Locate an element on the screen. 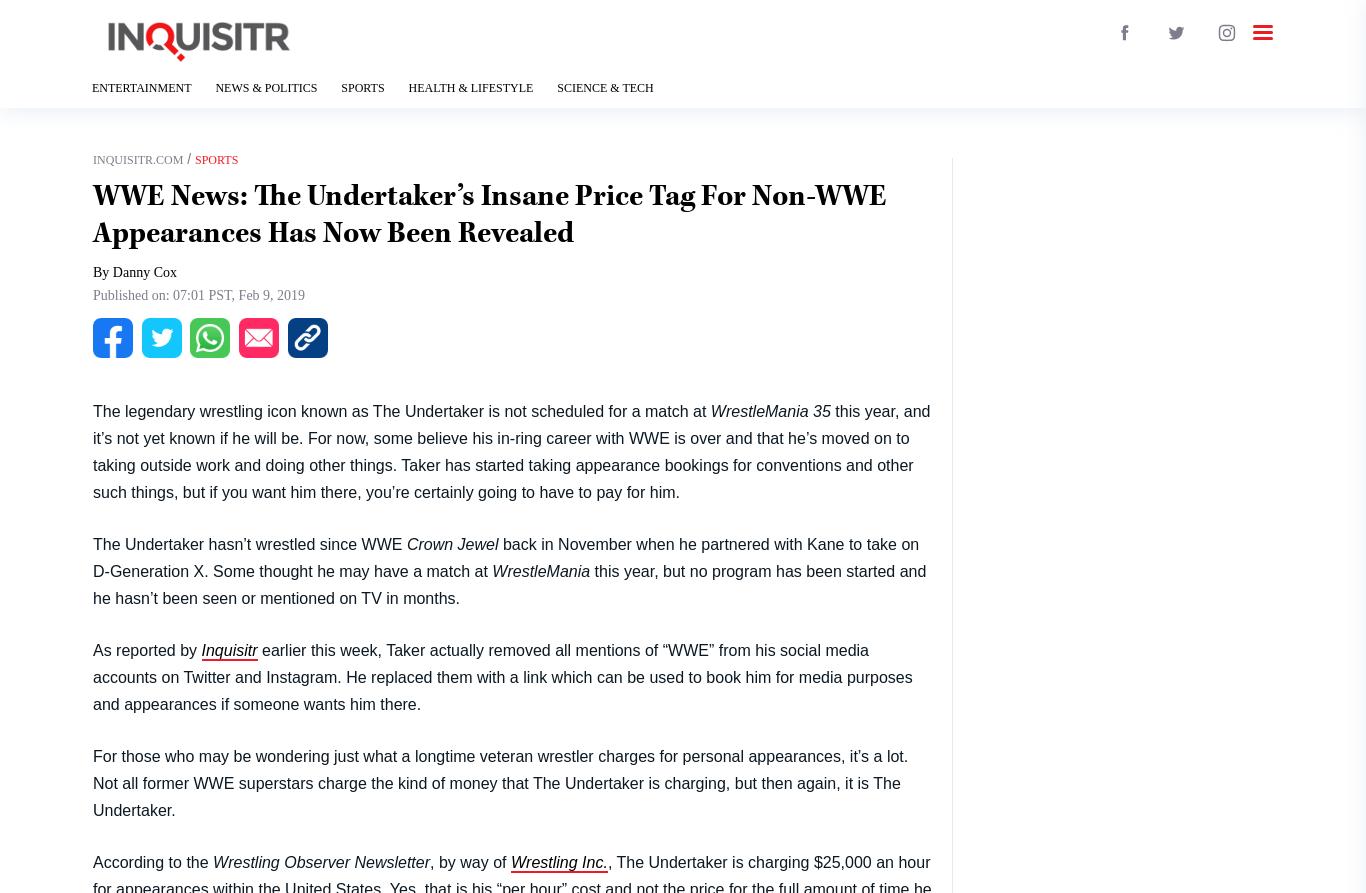 The image size is (1366, 893). 'WrestleMania' is located at coordinates (540, 569).